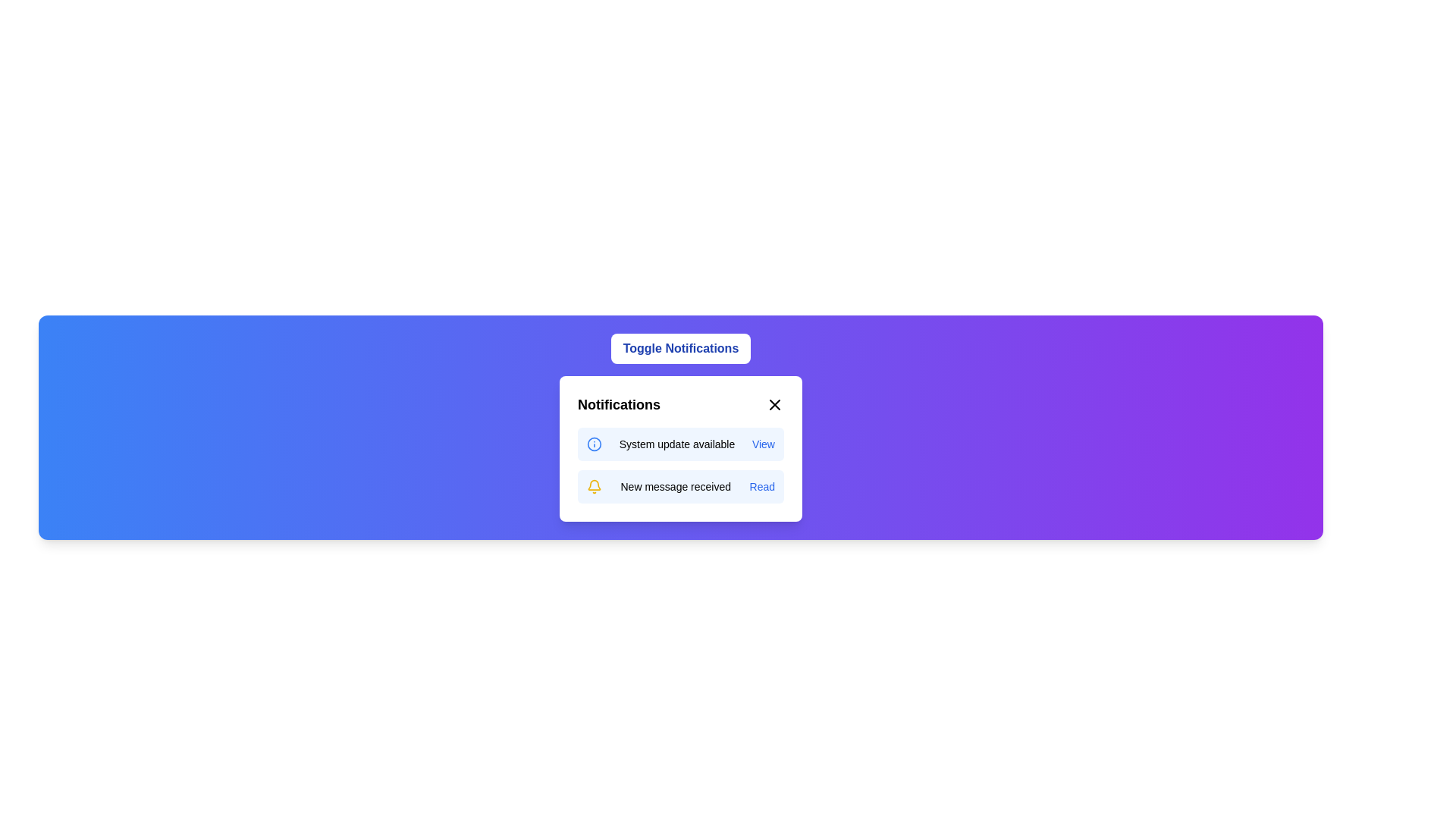 This screenshot has height=819, width=1456. What do you see at coordinates (679, 444) in the screenshot?
I see `the Notification Item styled with a light blue background that contains the message 'System update available' and the actionable text 'View' to interact or reveal additional actions` at bounding box center [679, 444].